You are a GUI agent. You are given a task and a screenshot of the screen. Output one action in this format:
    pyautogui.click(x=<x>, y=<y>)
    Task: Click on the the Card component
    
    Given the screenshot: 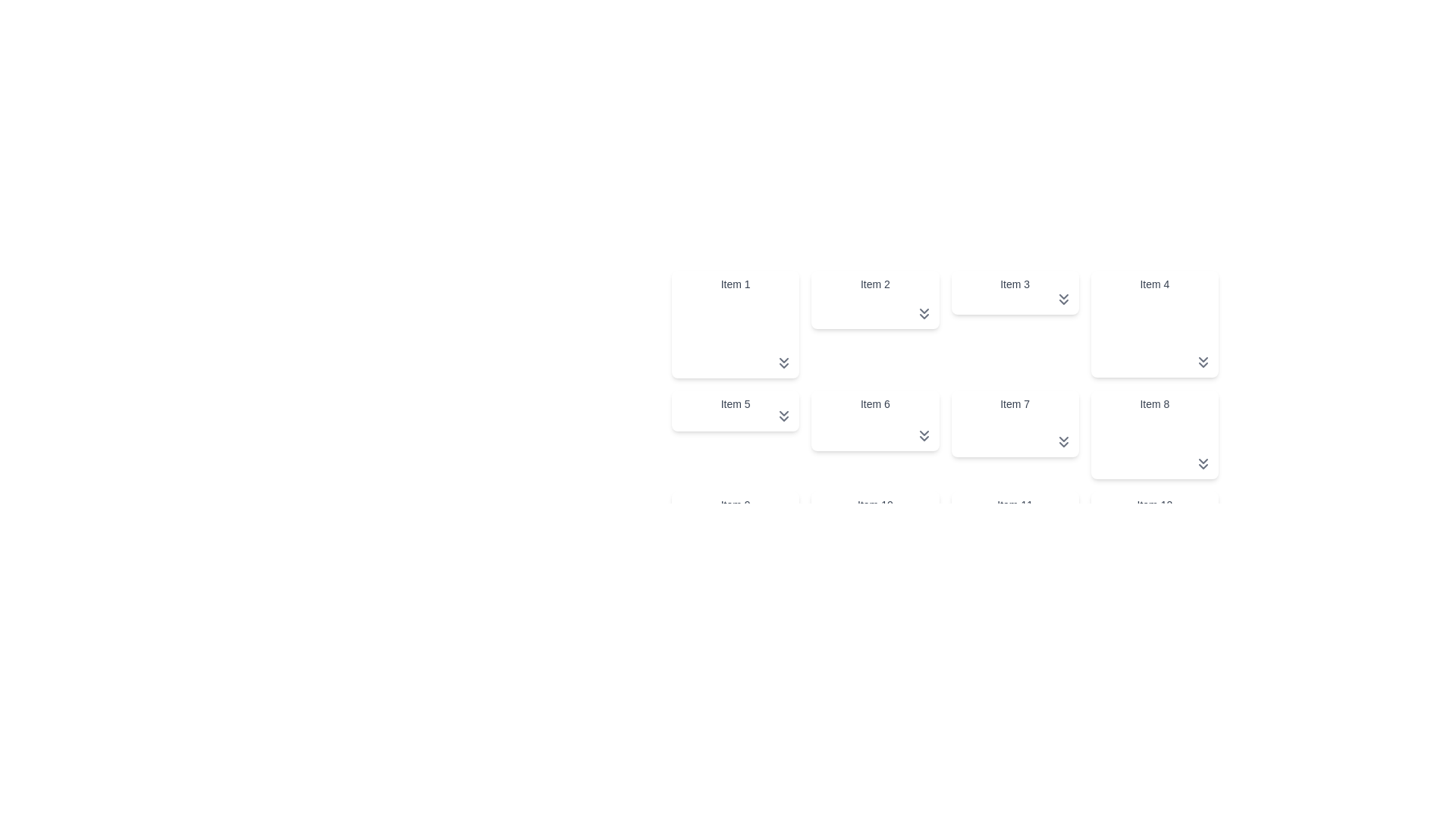 What is the action you would take?
    pyautogui.click(x=1015, y=424)
    